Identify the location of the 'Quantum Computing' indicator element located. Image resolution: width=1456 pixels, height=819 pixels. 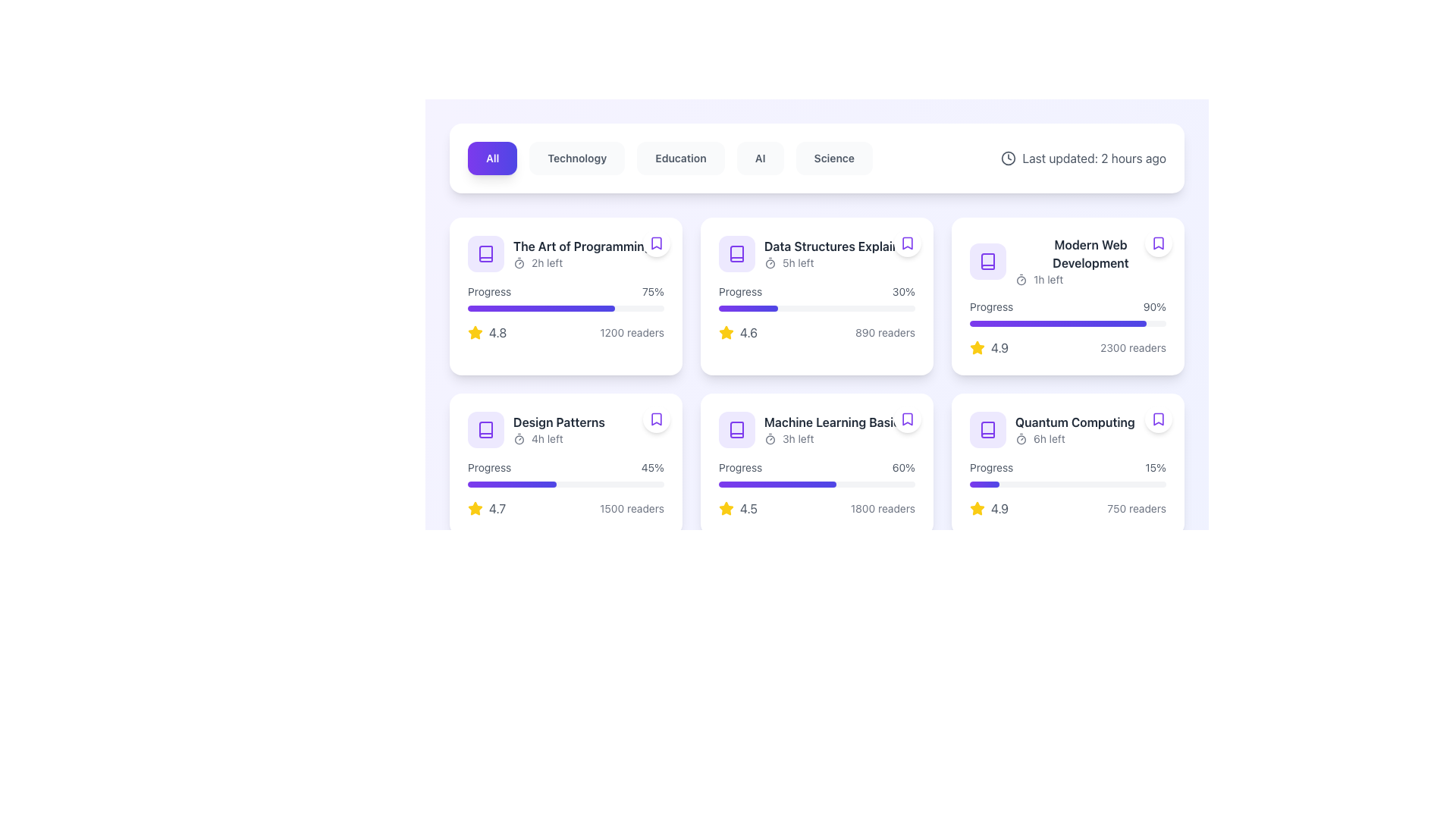
(1073, 430).